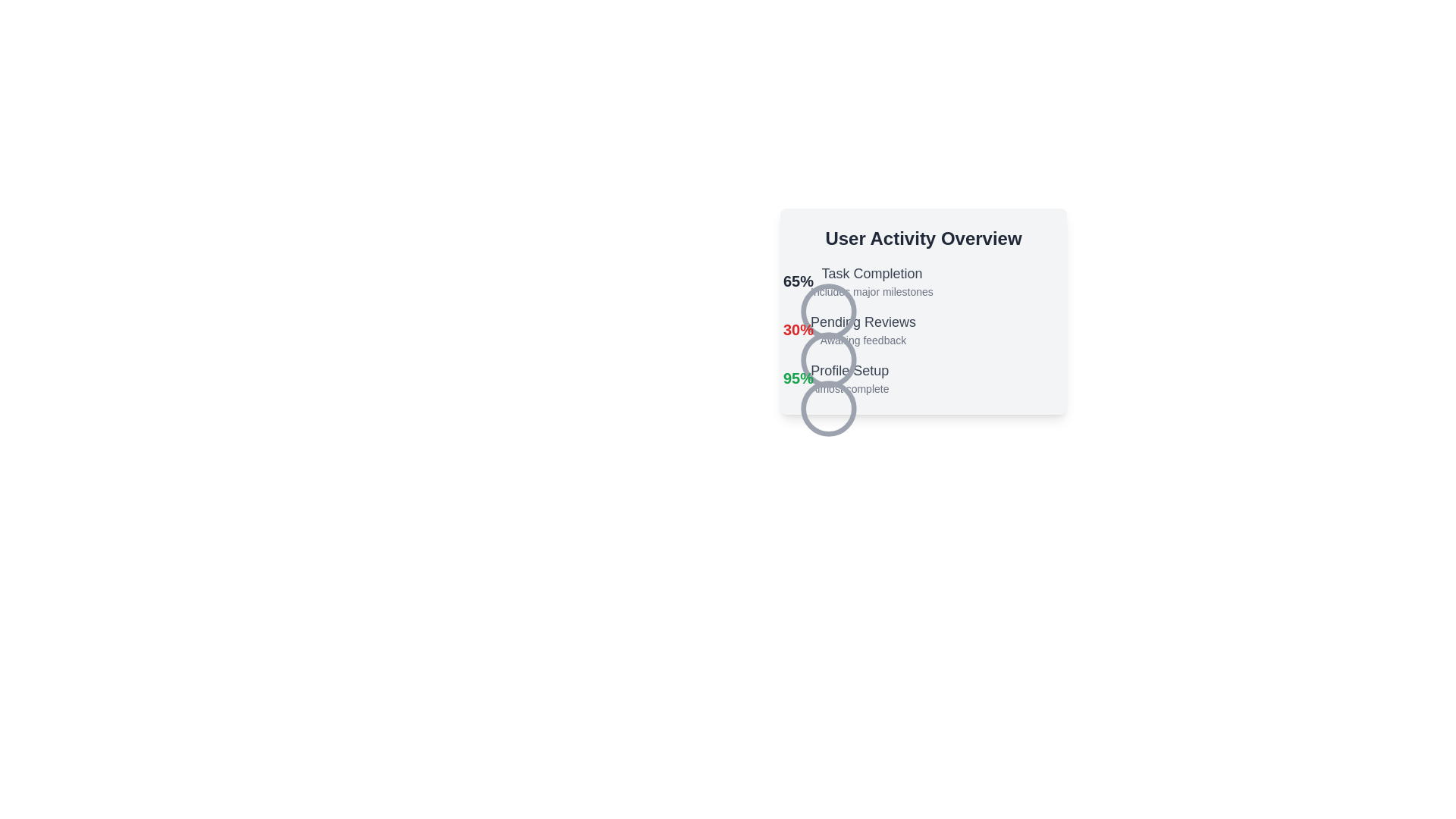  Describe the element at coordinates (849, 377) in the screenshot. I see `the 'Profile Setup' text label, which consists of a larger dark text and a smaller light text indicating that the profile setup is almost complete, located in the 'User Activity Overview' section` at that location.